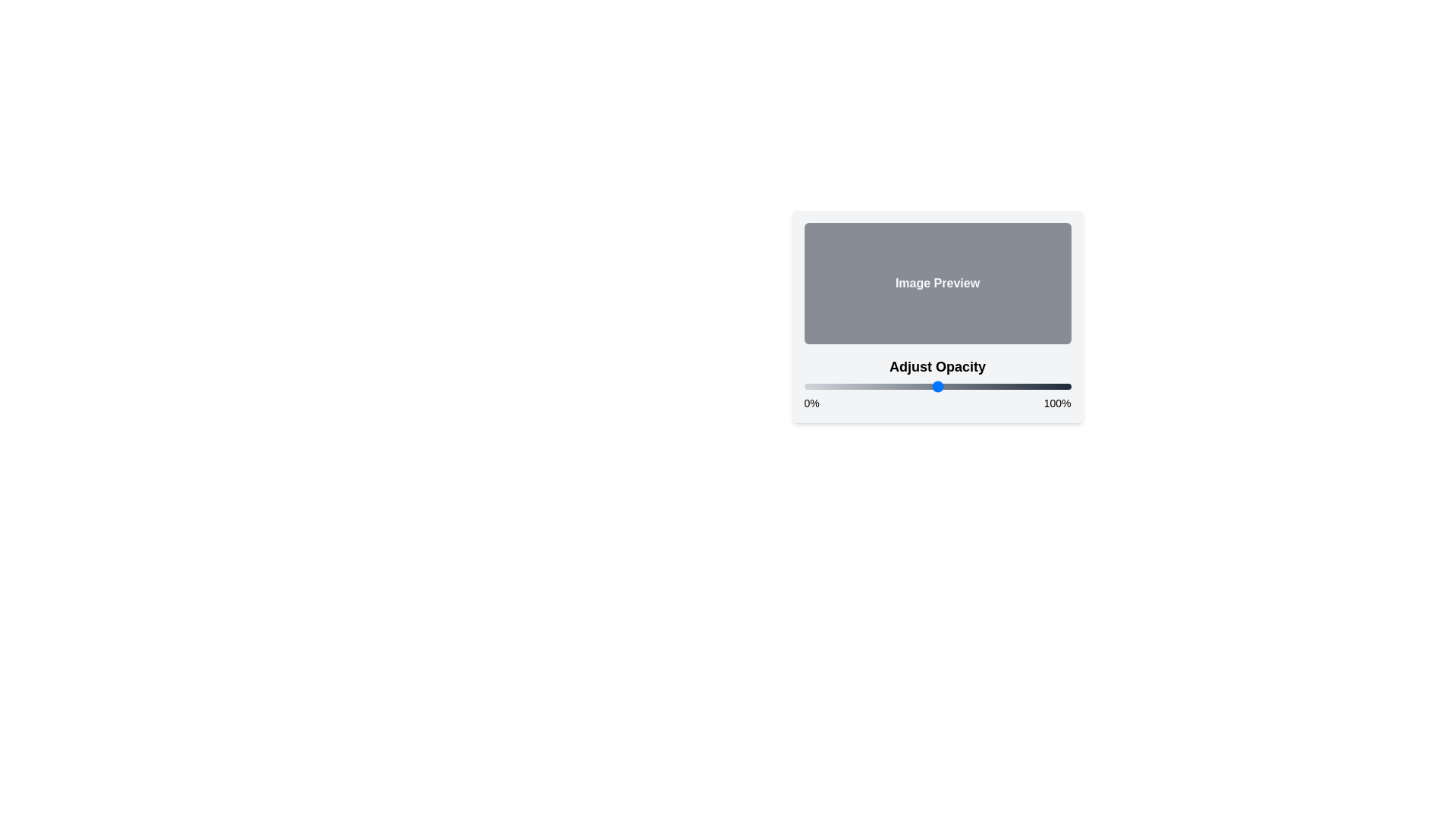 The height and width of the screenshot is (819, 1456). Describe the element at coordinates (868, 385) in the screenshot. I see `the opacity` at that location.